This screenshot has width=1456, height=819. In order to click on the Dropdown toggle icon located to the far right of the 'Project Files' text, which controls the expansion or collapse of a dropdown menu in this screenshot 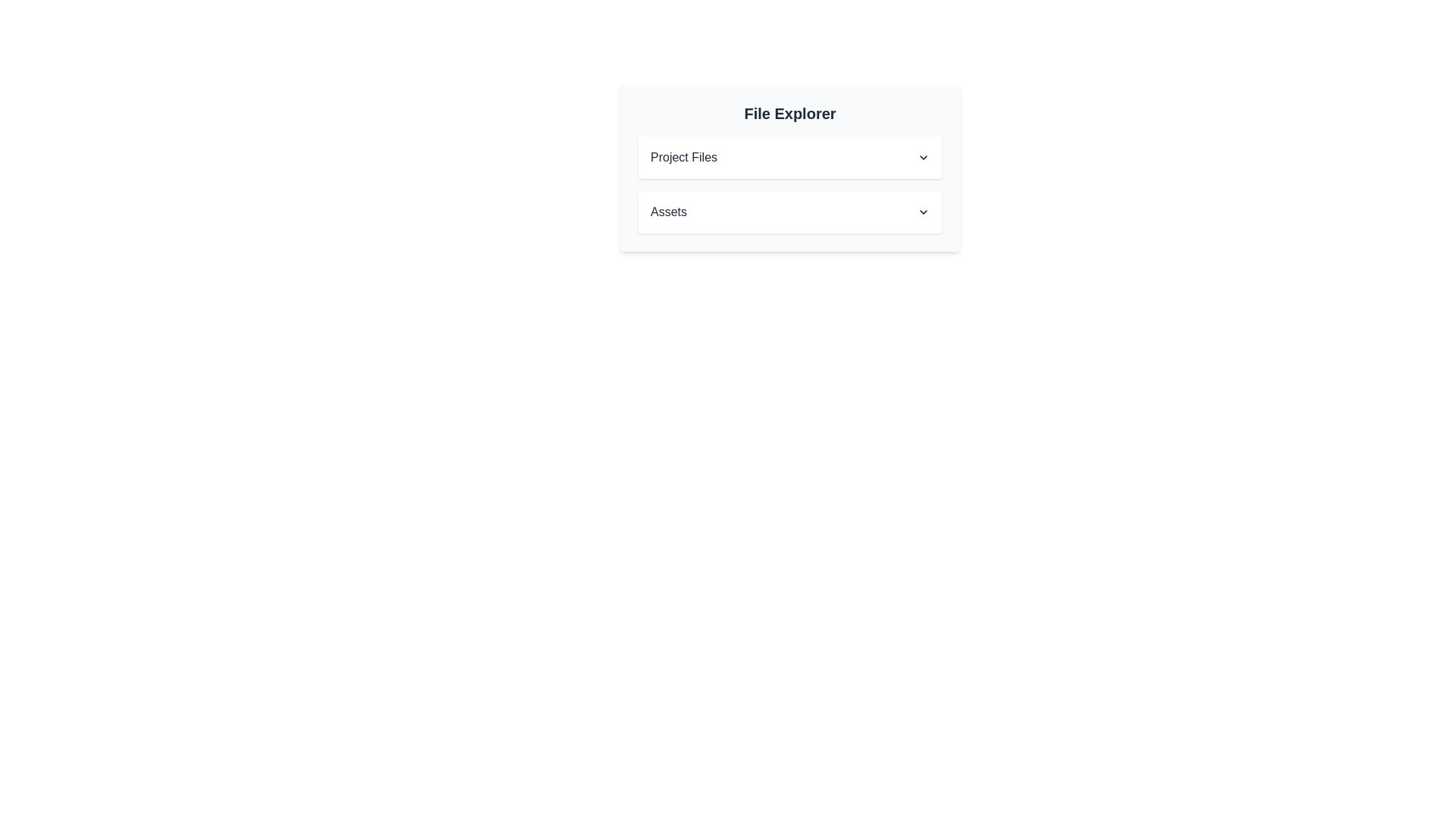, I will do `click(923, 158)`.